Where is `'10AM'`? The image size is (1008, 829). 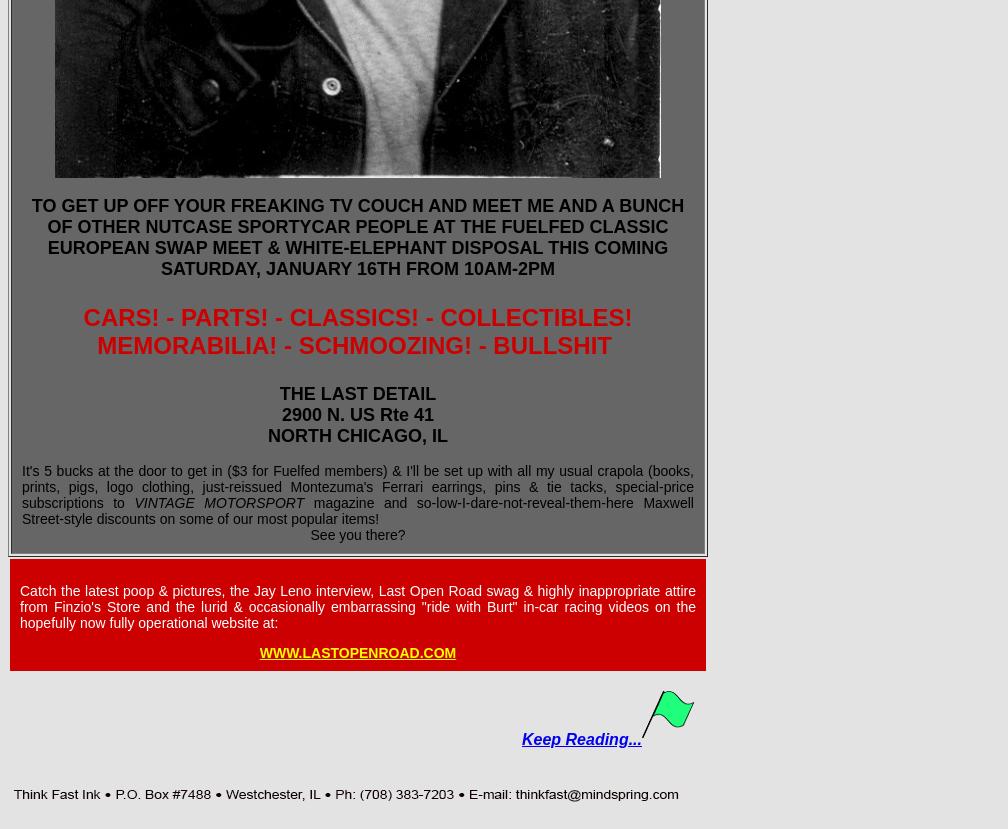
'10AM' is located at coordinates (487, 268).